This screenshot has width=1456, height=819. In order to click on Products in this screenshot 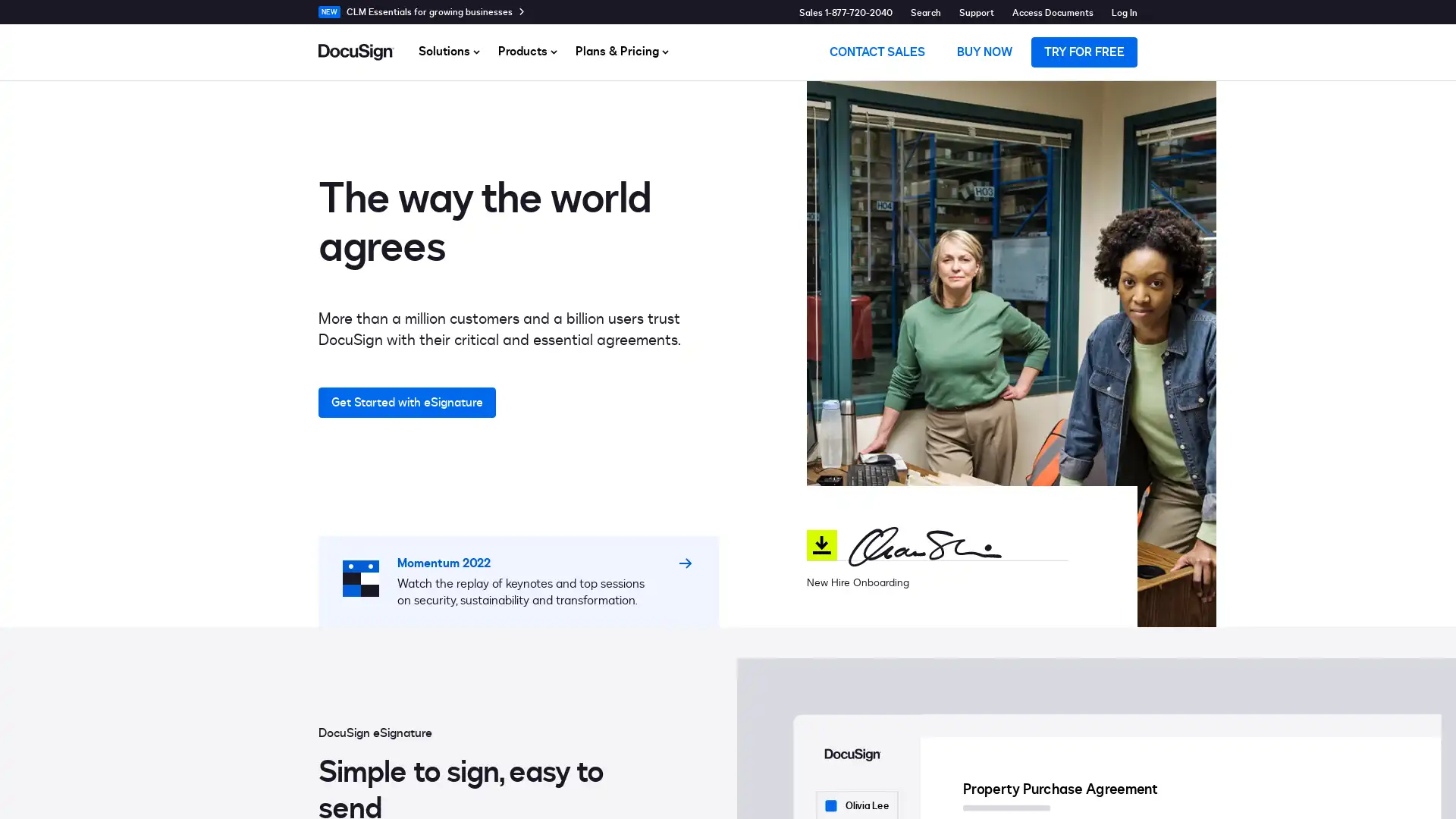, I will do `click(528, 52)`.